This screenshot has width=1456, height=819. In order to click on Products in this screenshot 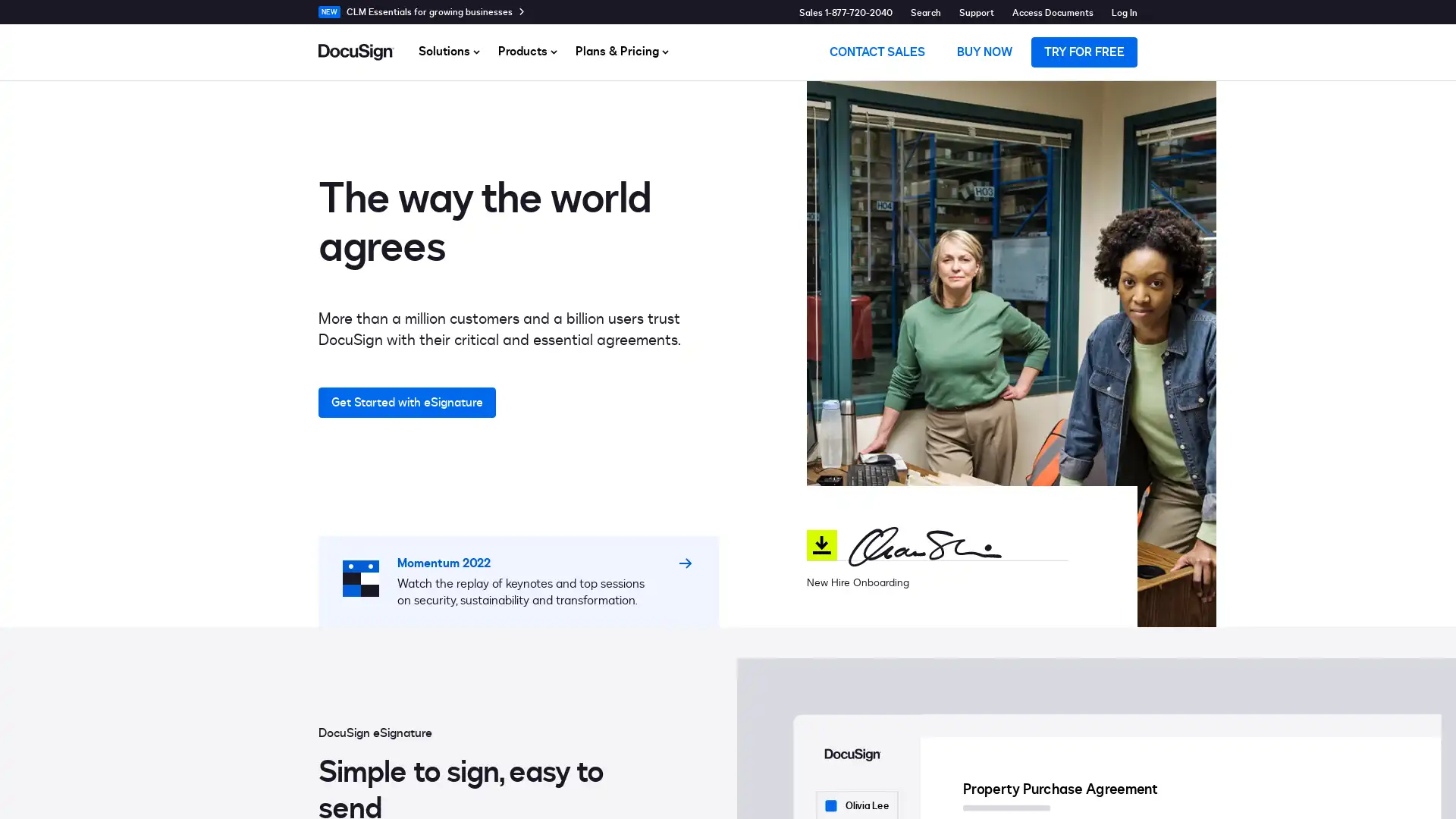, I will do `click(528, 52)`.